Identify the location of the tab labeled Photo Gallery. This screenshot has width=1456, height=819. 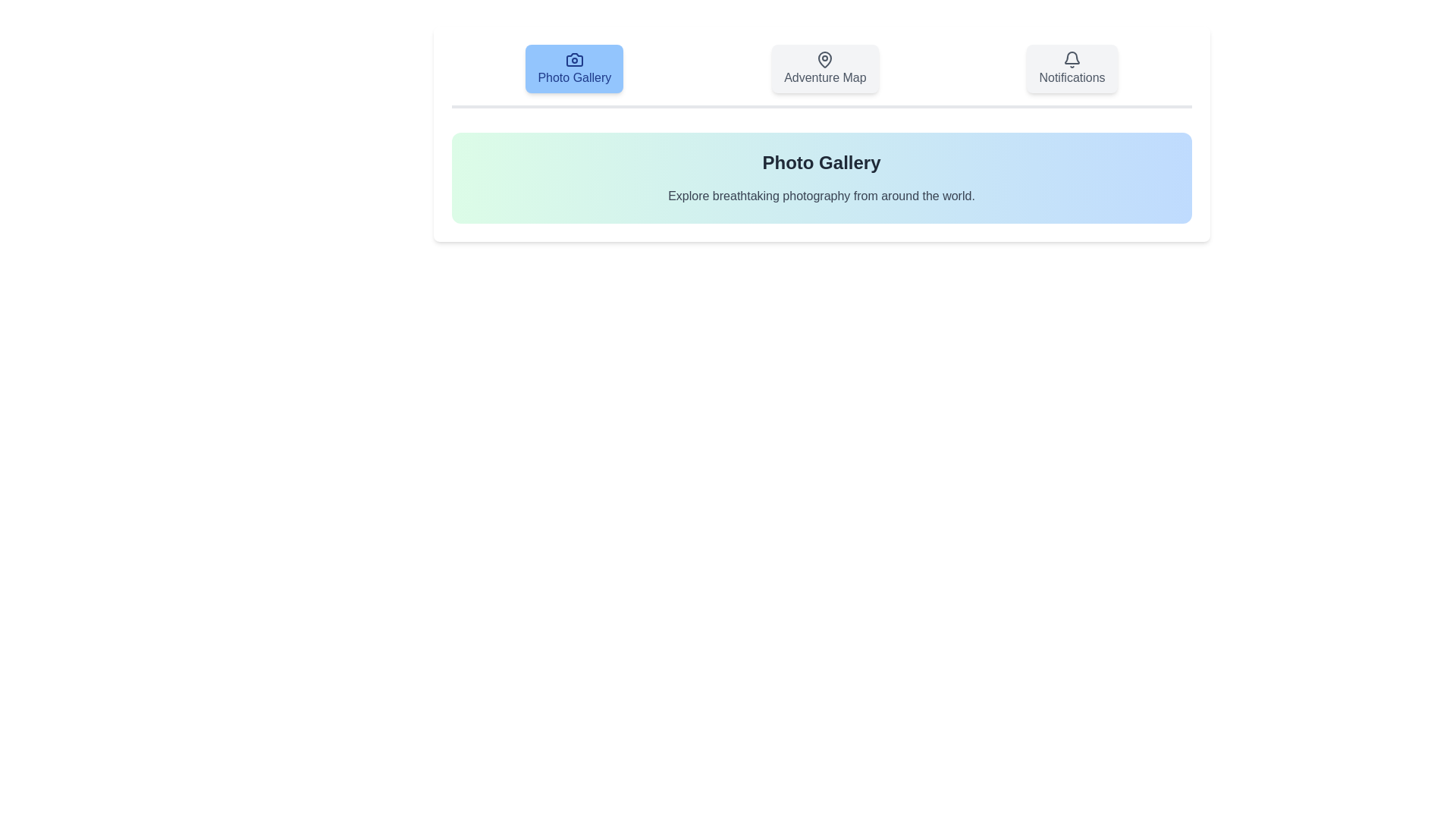
(573, 69).